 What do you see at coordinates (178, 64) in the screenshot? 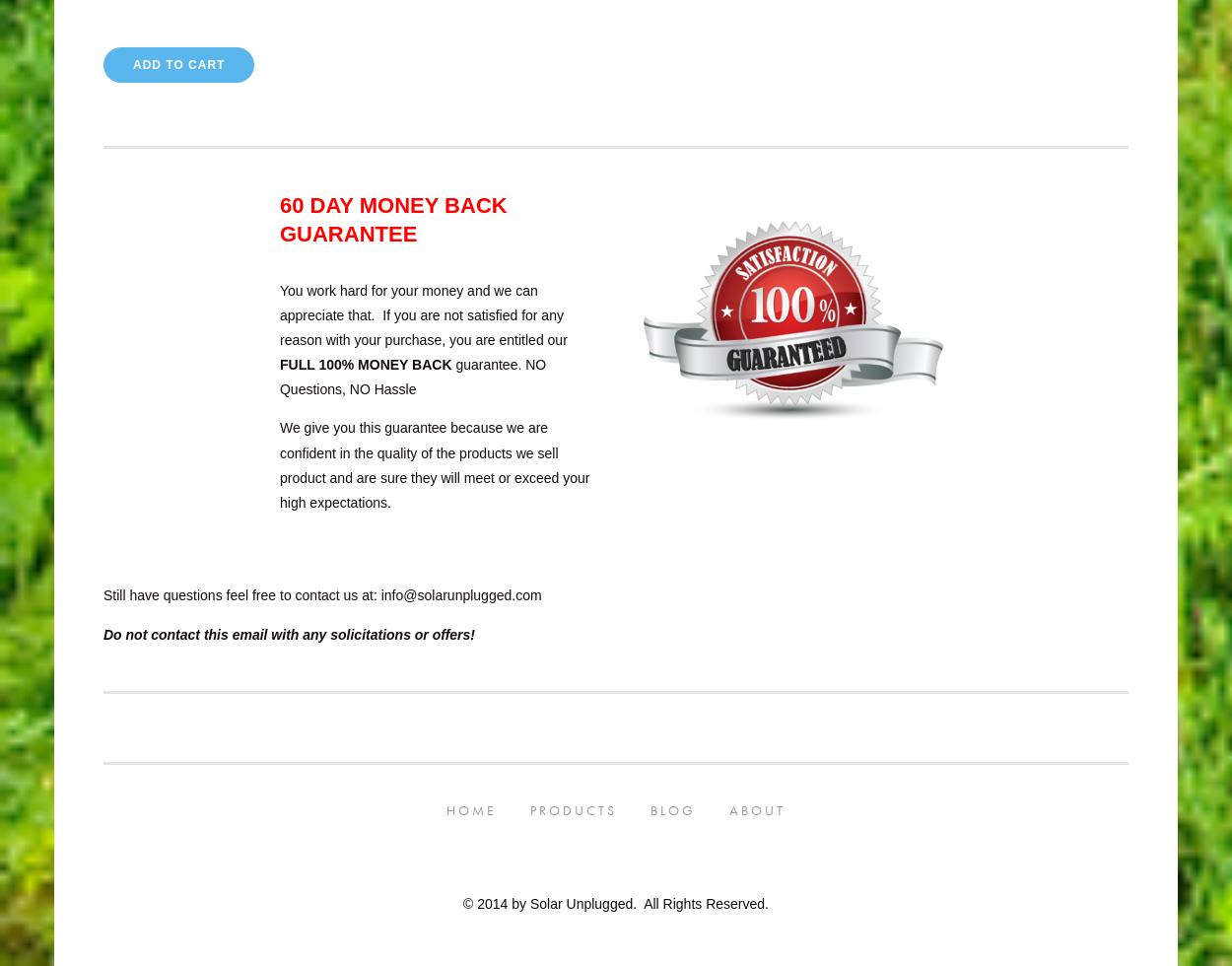
I see `'Add To Cart'` at bounding box center [178, 64].